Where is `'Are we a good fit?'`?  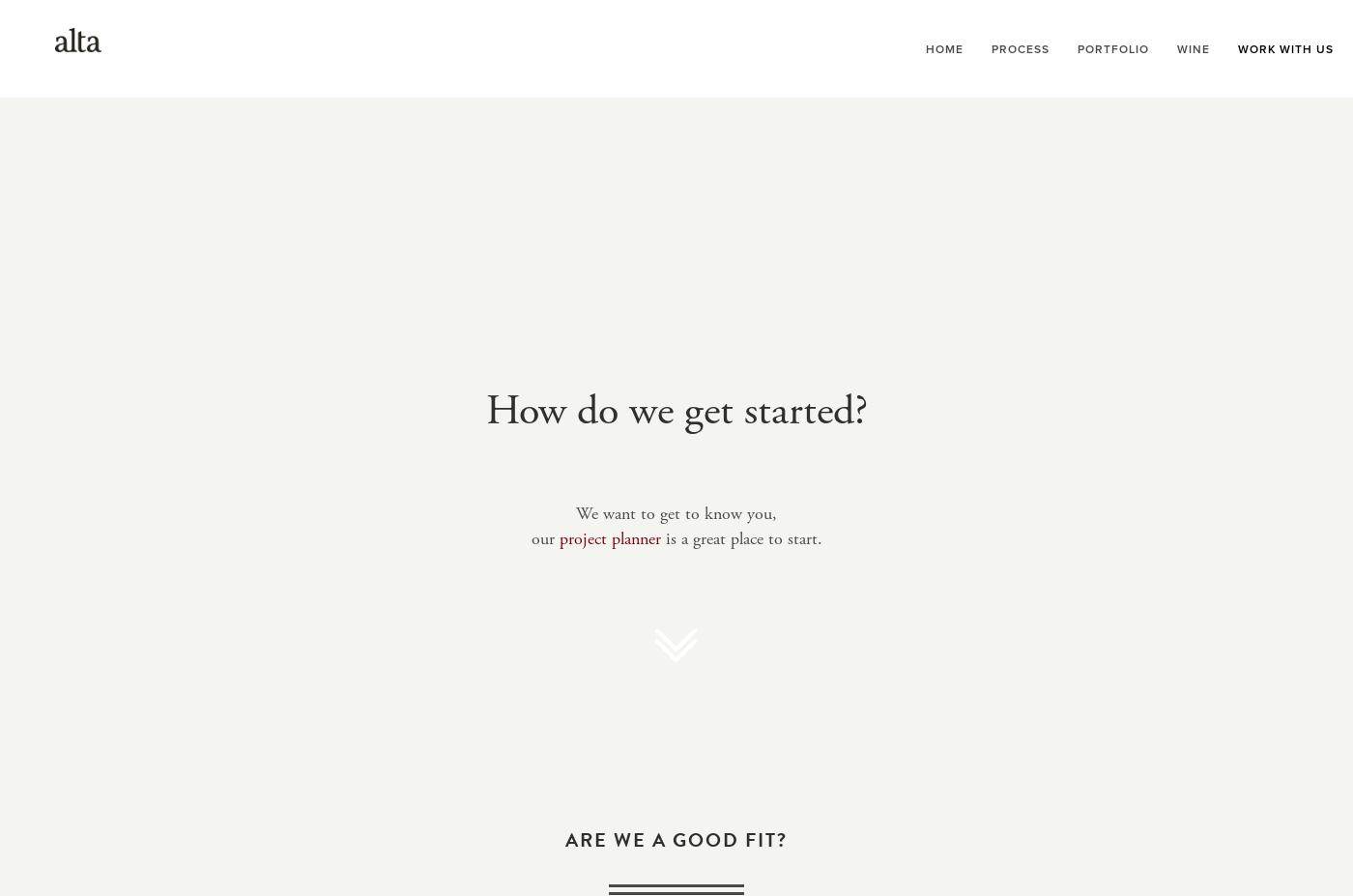 'Are we a good fit?' is located at coordinates (676, 839).